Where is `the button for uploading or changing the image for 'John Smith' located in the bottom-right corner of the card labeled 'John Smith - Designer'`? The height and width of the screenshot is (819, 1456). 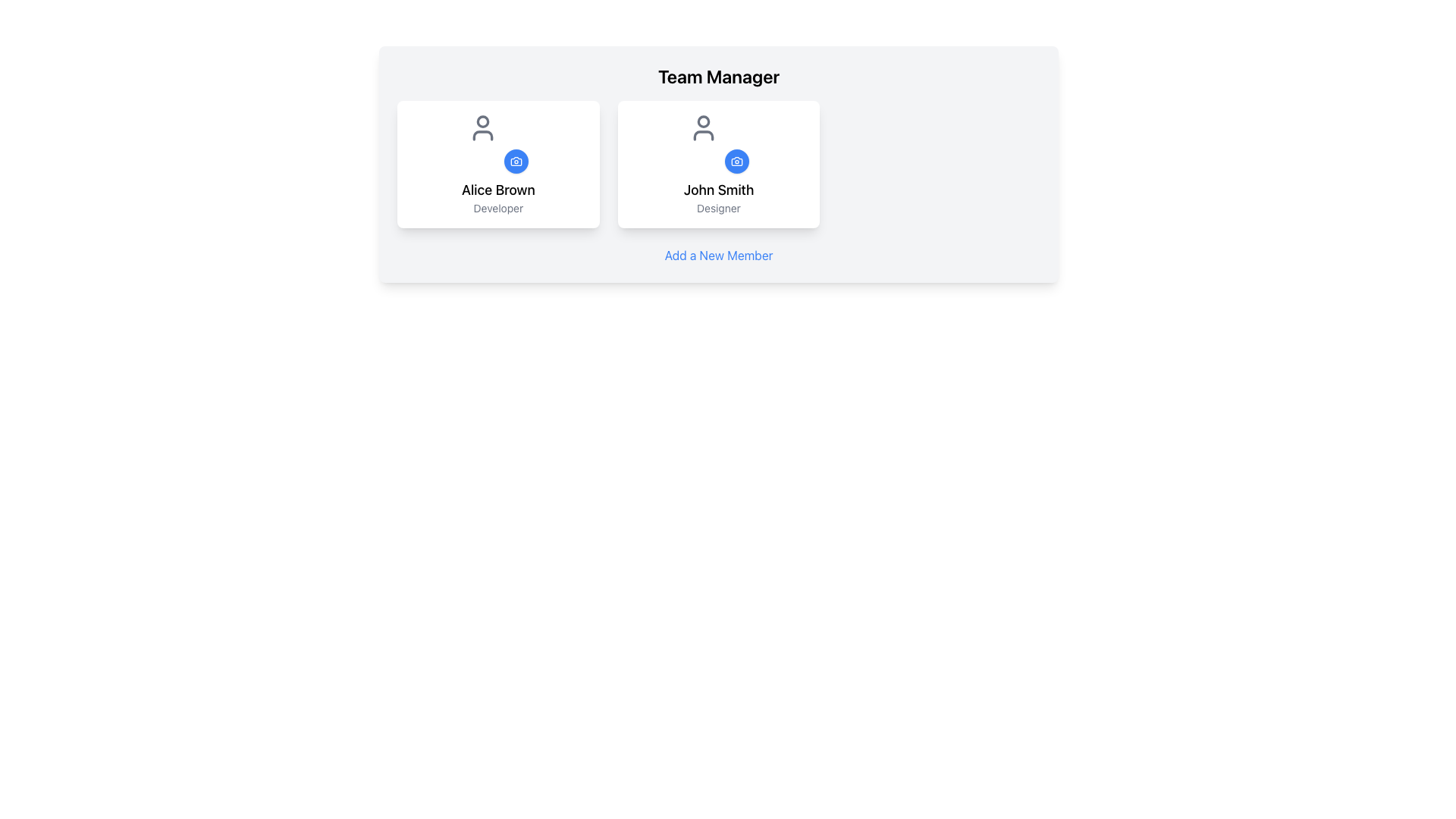 the button for uploading or changing the image for 'John Smith' located in the bottom-right corner of the card labeled 'John Smith - Designer' is located at coordinates (717, 143).